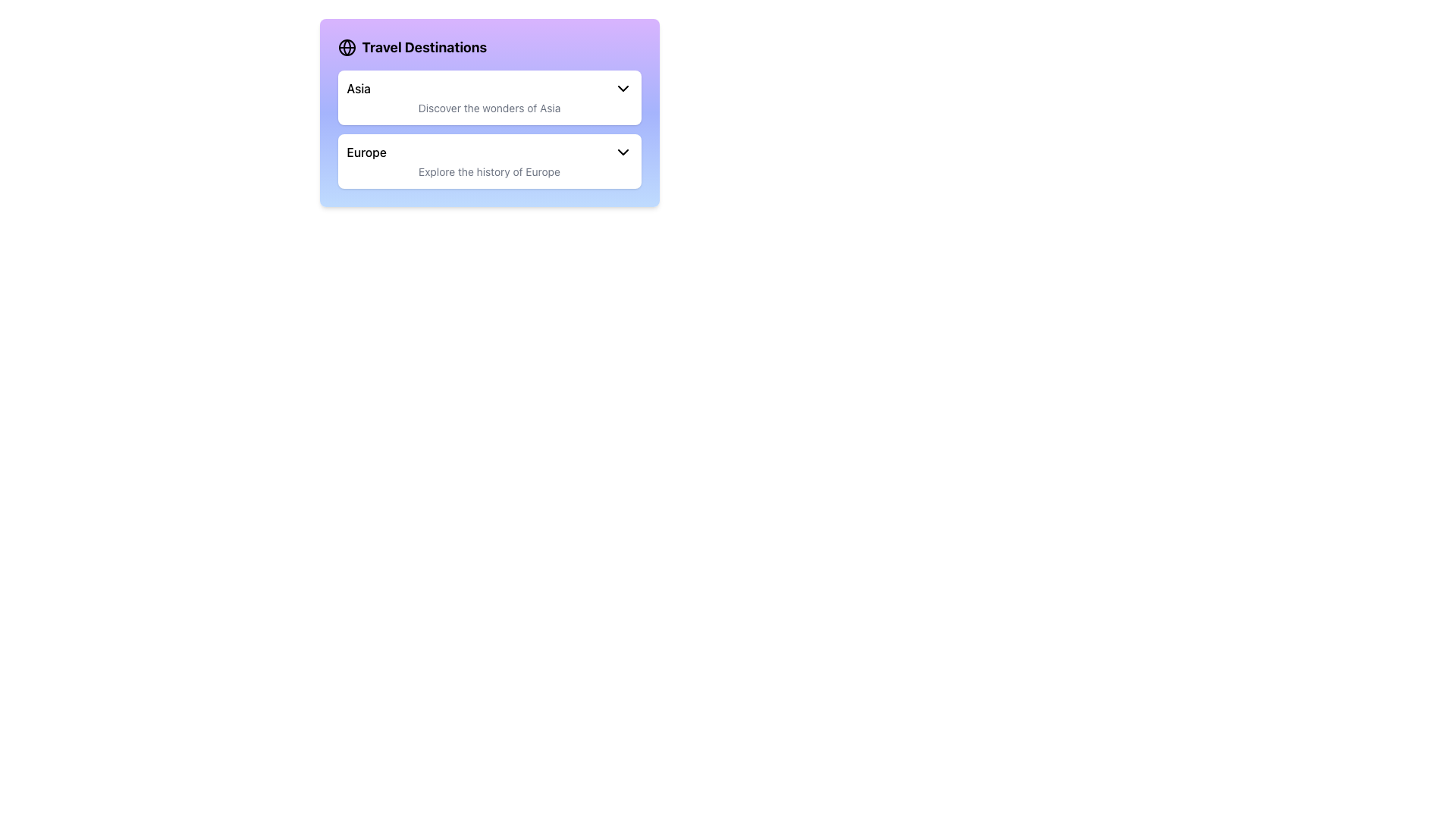  Describe the element at coordinates (489, 97) in the screenshot. I see `the Interactive Card for 'Asia'` at that location.